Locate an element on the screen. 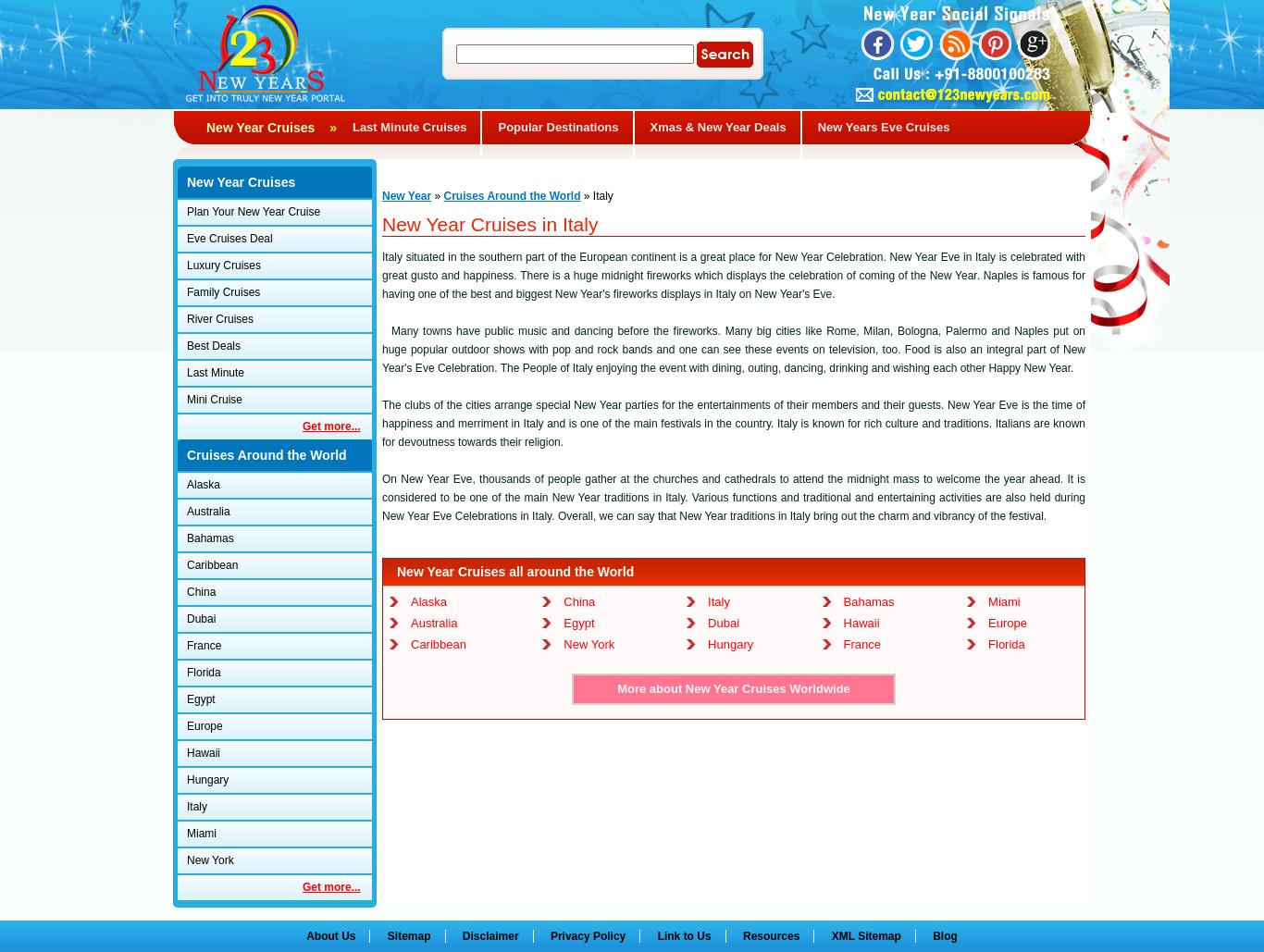 The image size is (1264, 952). 'Mini Cruise' is located at coordinates (214, 398).